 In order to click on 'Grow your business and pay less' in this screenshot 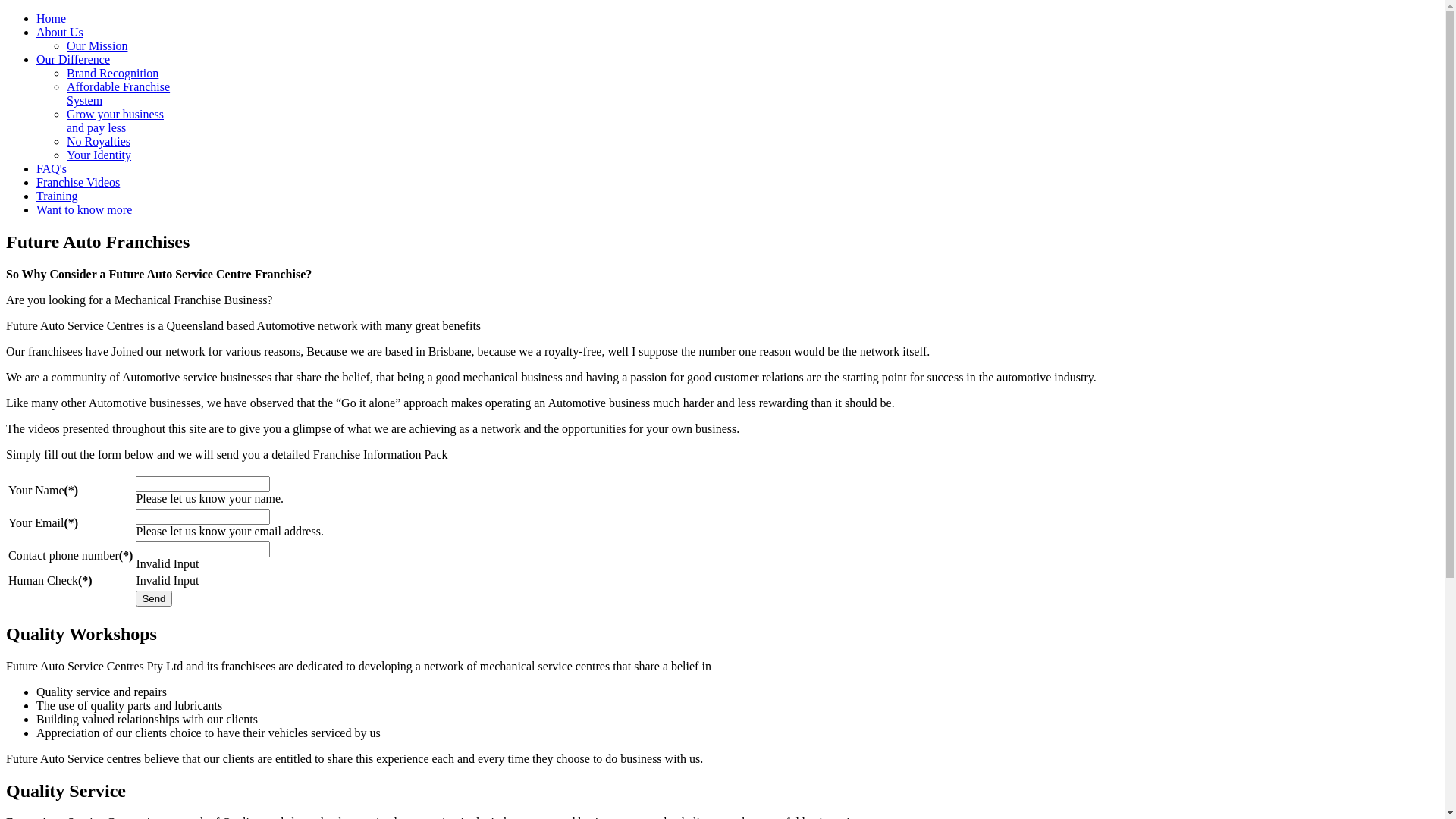, I will do `click(115, 120)`.